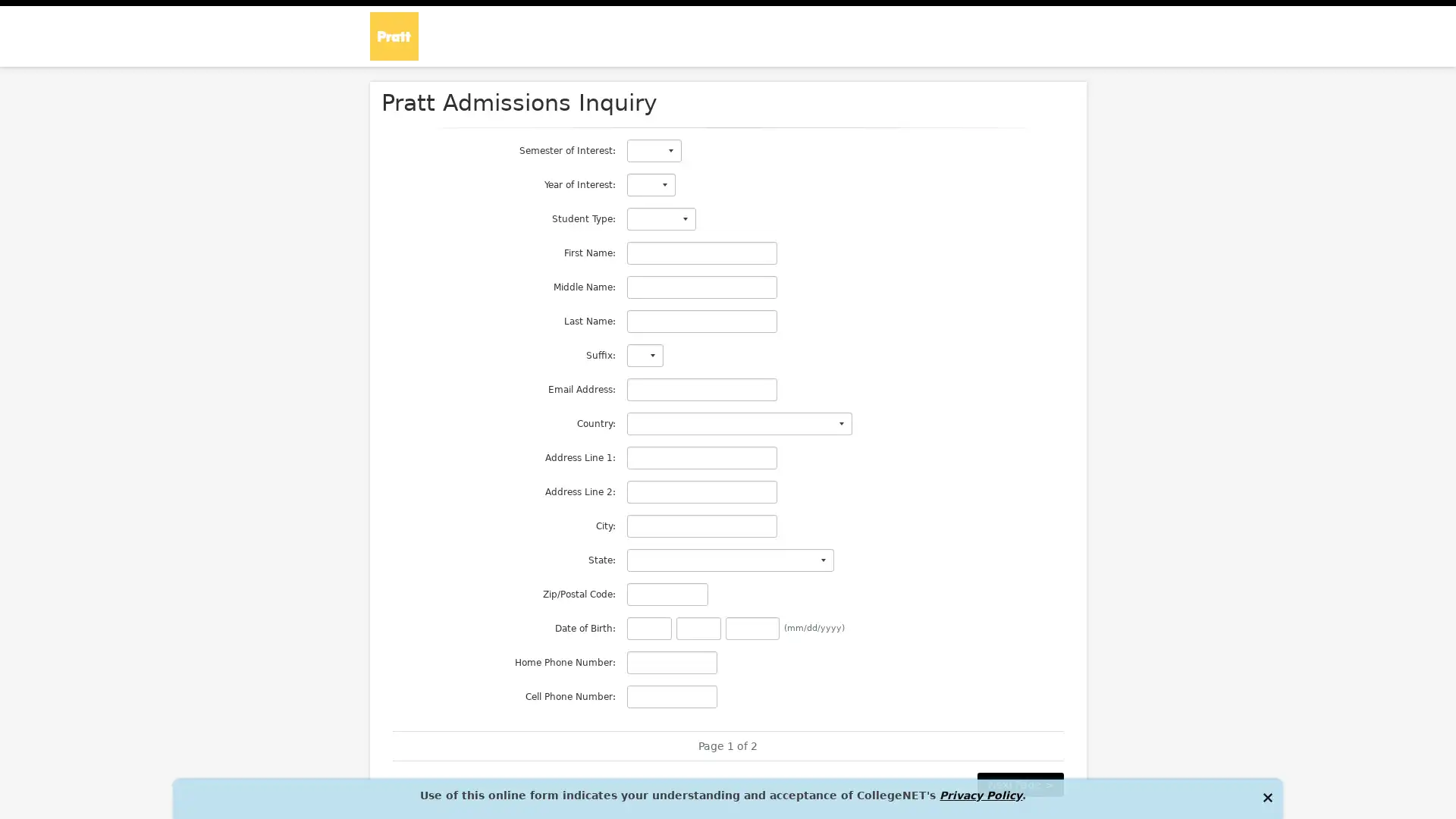  Describe the element at coordinates (1019, 784) in the screenshot. I see `Next Page >` at that location.